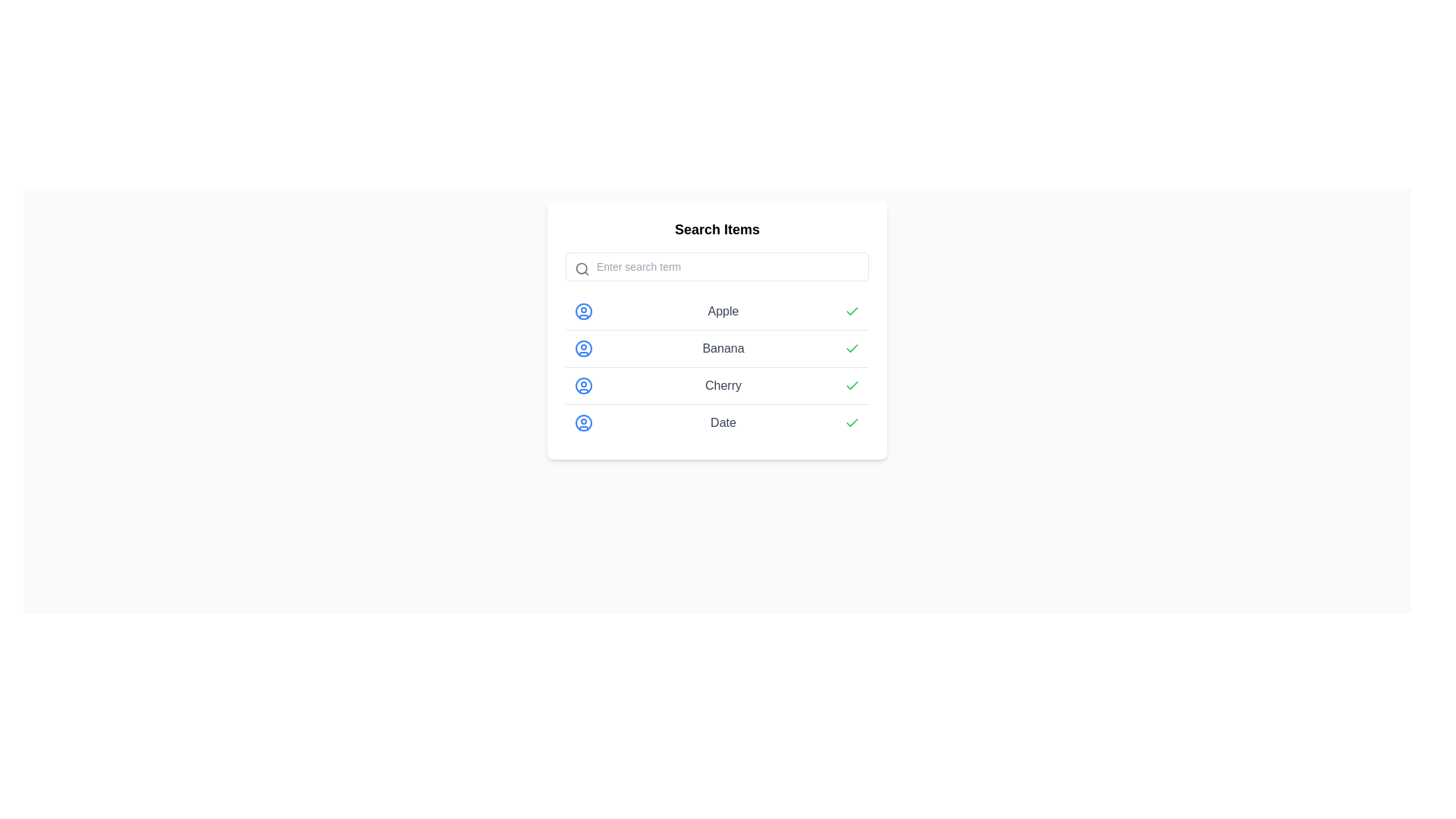 This screenshot has width=1456, height=819. What do you see at coordinates (852, 384) in the screenshot?
I see `the green SVG Icon that signifies the item 'Cherry' is marked or approved, located third in the vertical list of icons` at bounding box center [852, 384].